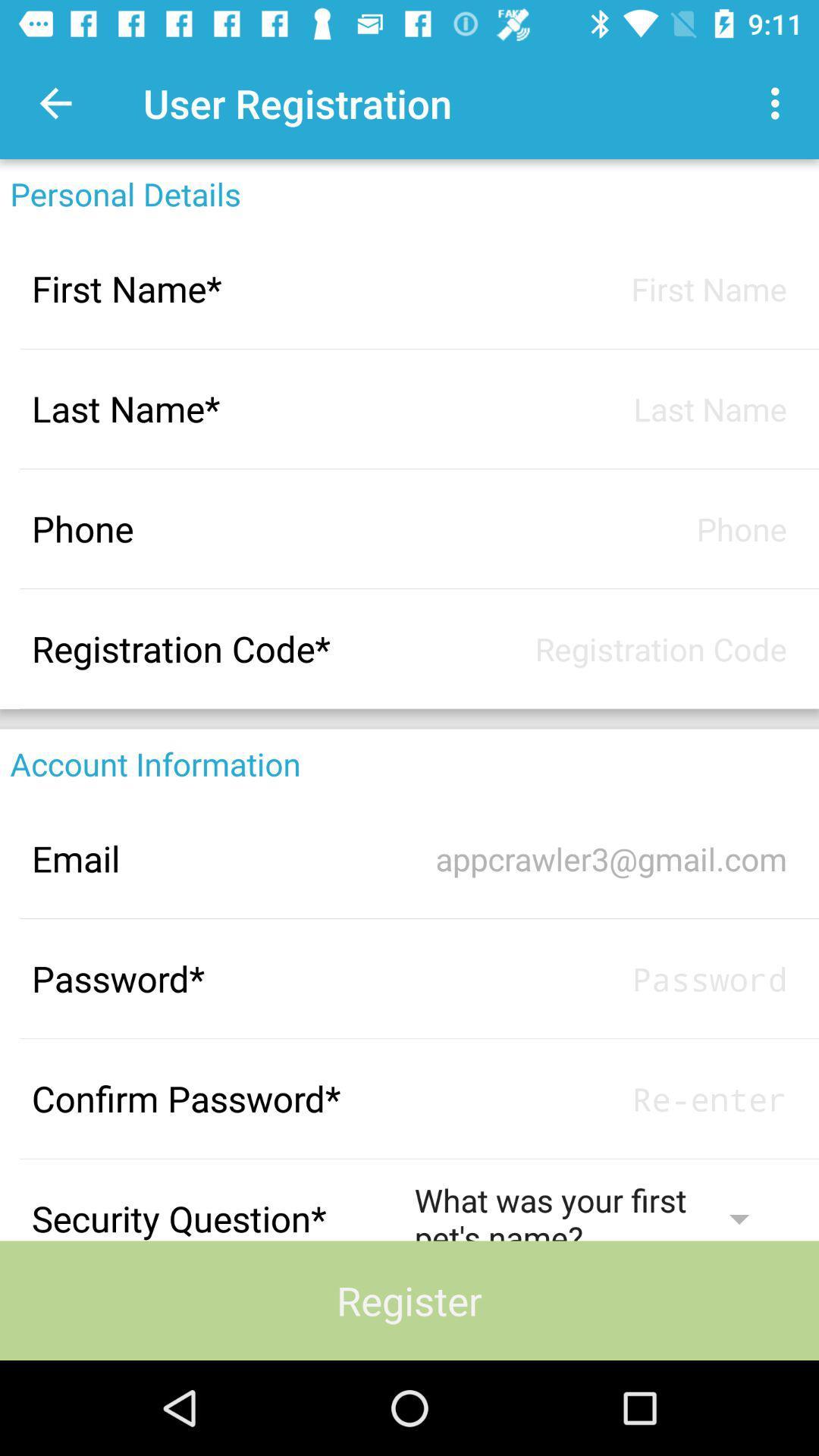  I want to click on name, so click(600, 288).